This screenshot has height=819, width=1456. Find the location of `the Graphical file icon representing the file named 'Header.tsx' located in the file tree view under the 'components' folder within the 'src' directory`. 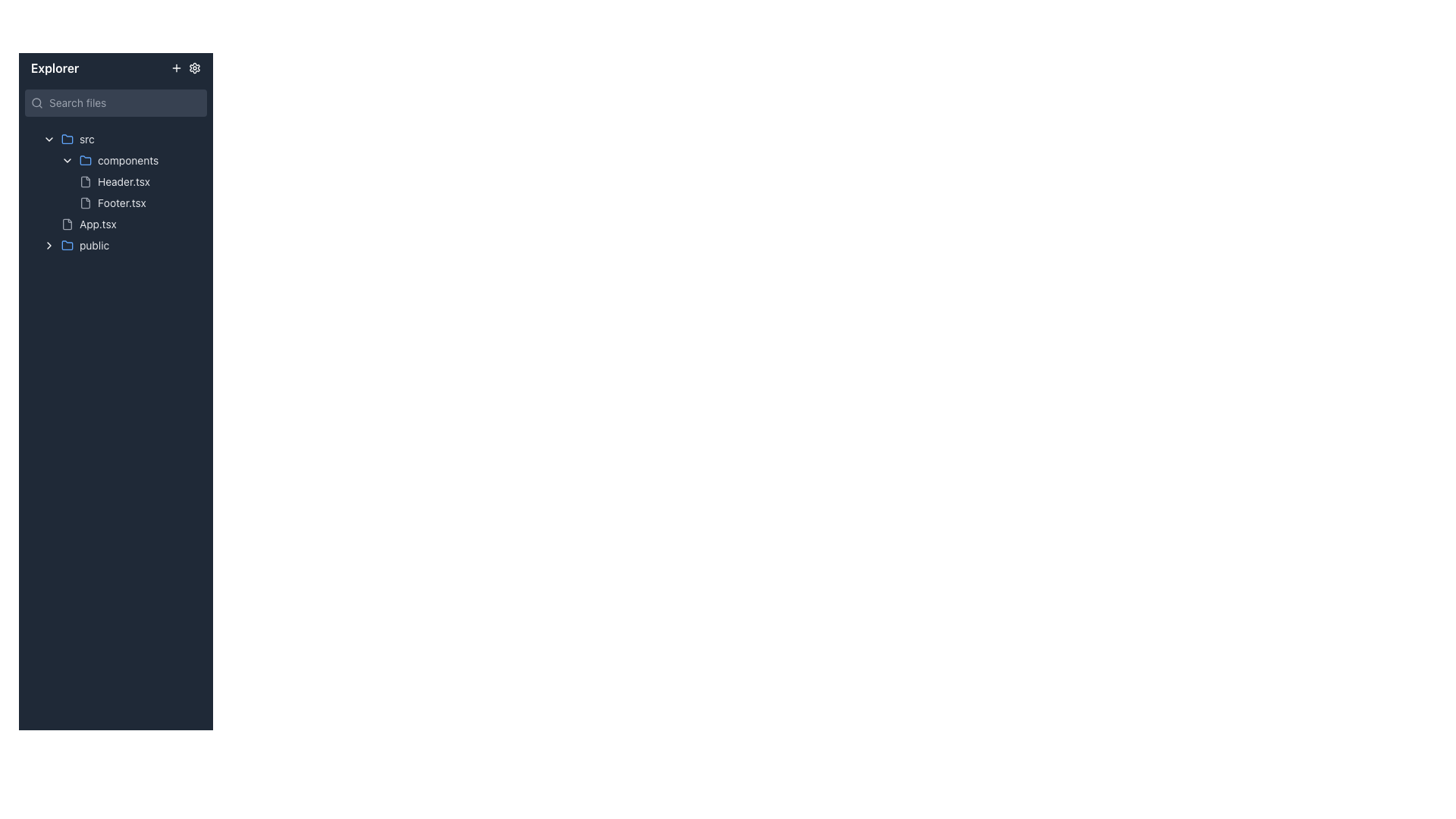

the Graphical file icon representing the file named 'Header.tsx' located in the file tree view under the 'components' folder within the 'src' directory is located at coordinates (85, 180).